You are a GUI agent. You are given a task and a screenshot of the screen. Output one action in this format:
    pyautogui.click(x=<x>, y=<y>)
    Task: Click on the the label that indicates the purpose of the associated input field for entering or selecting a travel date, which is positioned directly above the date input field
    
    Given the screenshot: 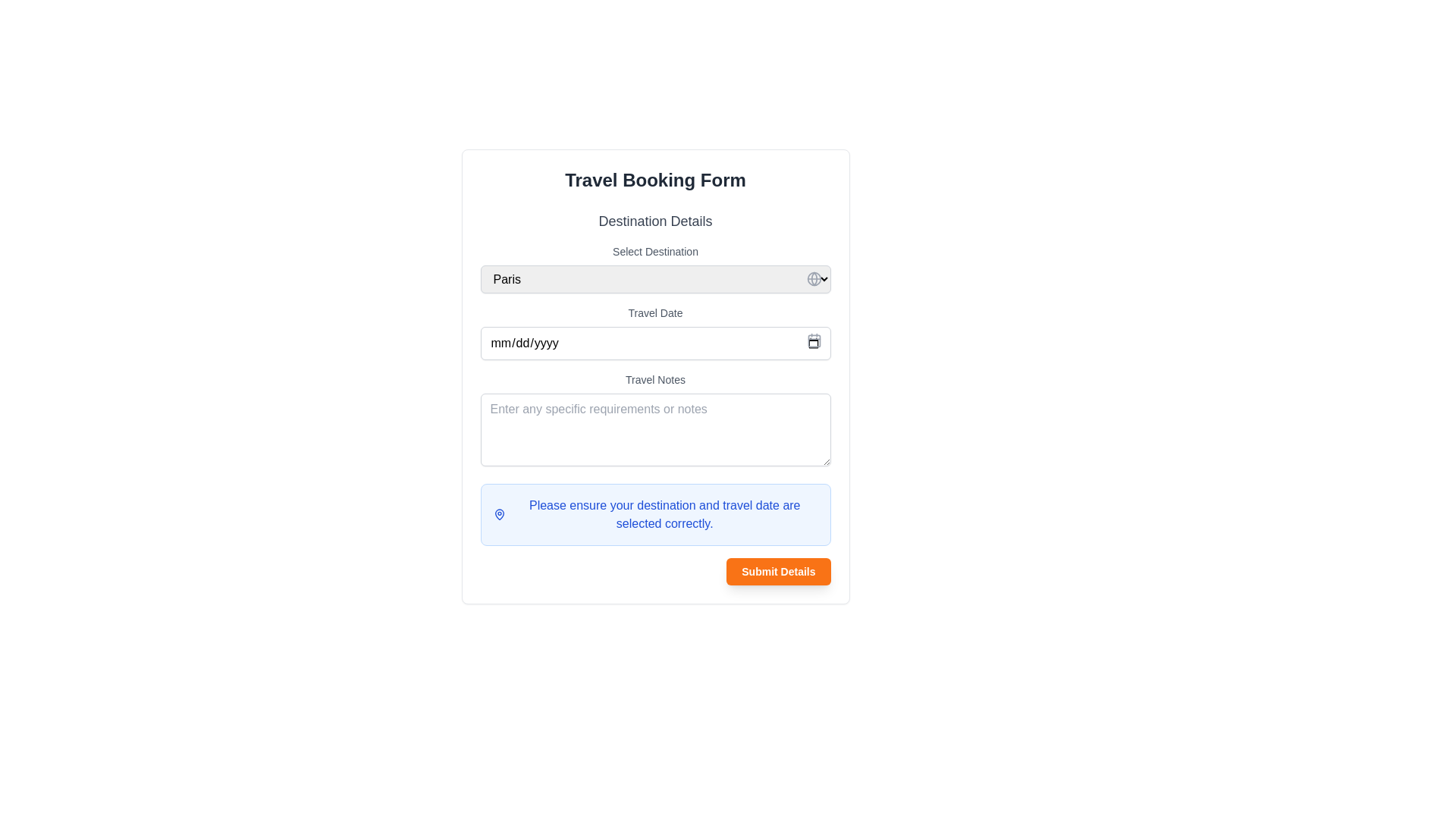 What is the action you would take?
    pyautogui.click(x=655, y=312)
    